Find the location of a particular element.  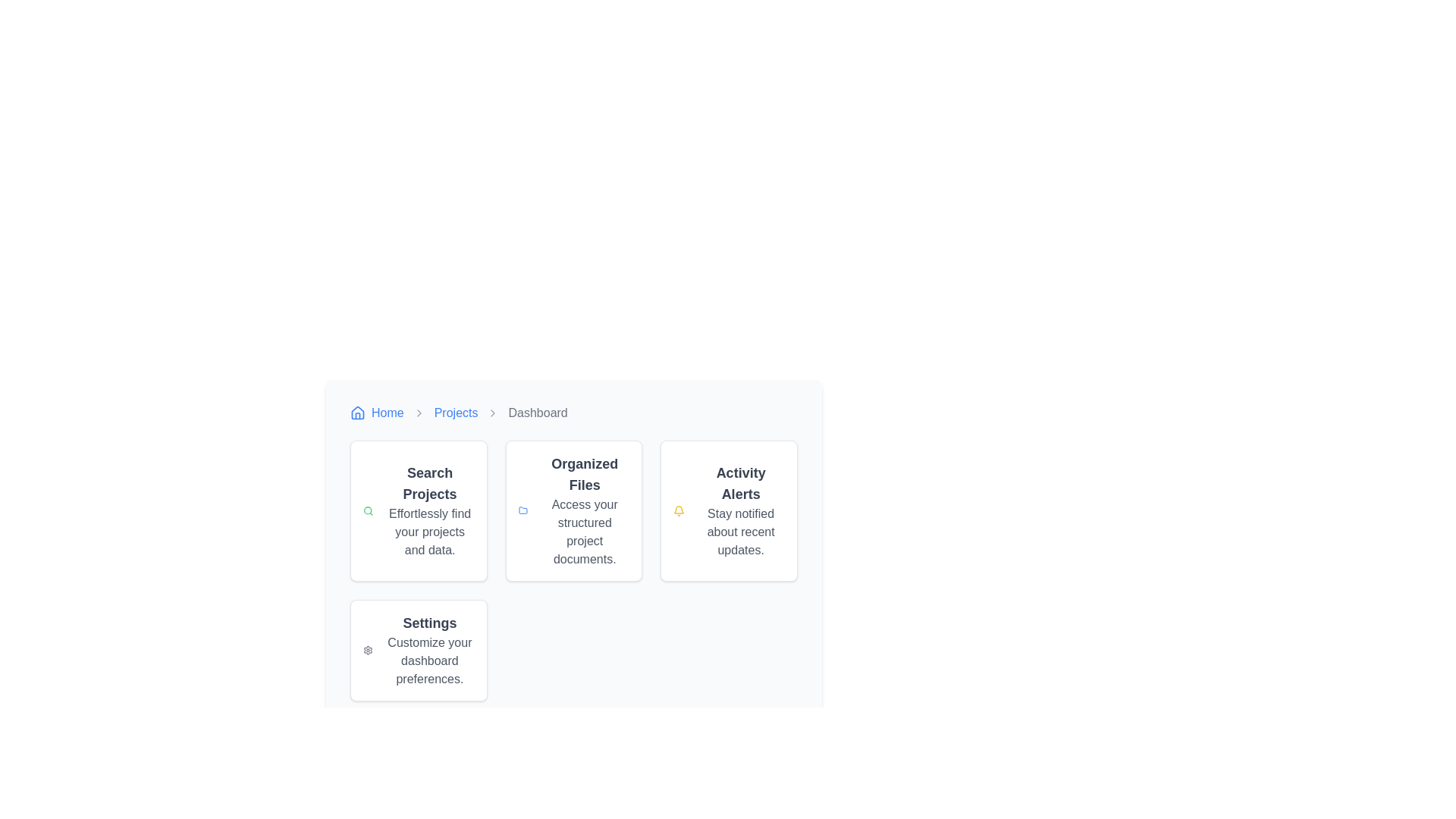

the 'Organized Files' icon located at the top-left corner of the card with the title 'Organized Files' and subtitle 'Access your structured project documents.' is located at coordinates (522, 511).